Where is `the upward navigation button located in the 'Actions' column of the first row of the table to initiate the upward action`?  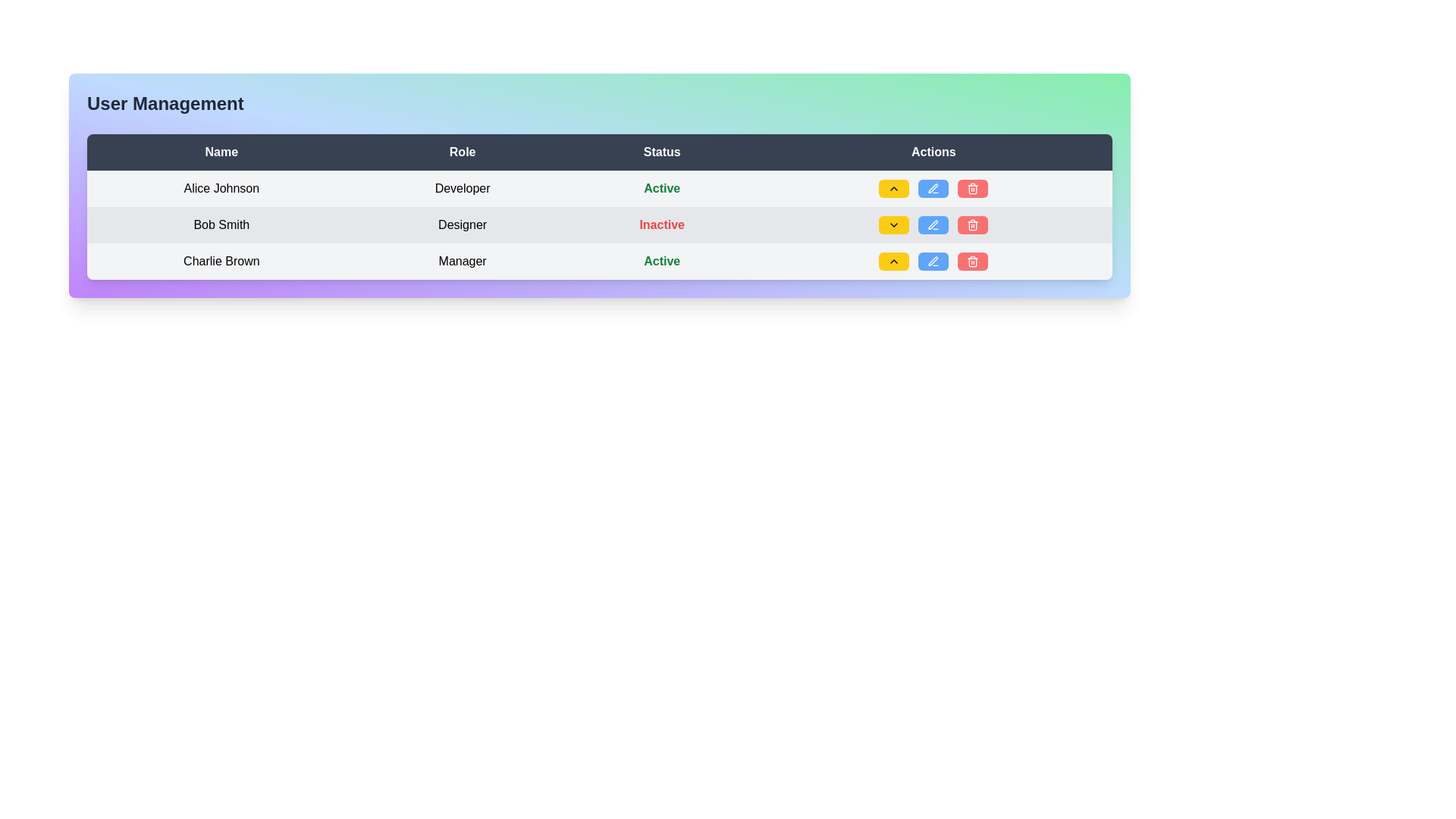 the upward navigation button located in the 'Actions' column of the first row of the table to initiate the upward action is located at coordinates (894, 188).